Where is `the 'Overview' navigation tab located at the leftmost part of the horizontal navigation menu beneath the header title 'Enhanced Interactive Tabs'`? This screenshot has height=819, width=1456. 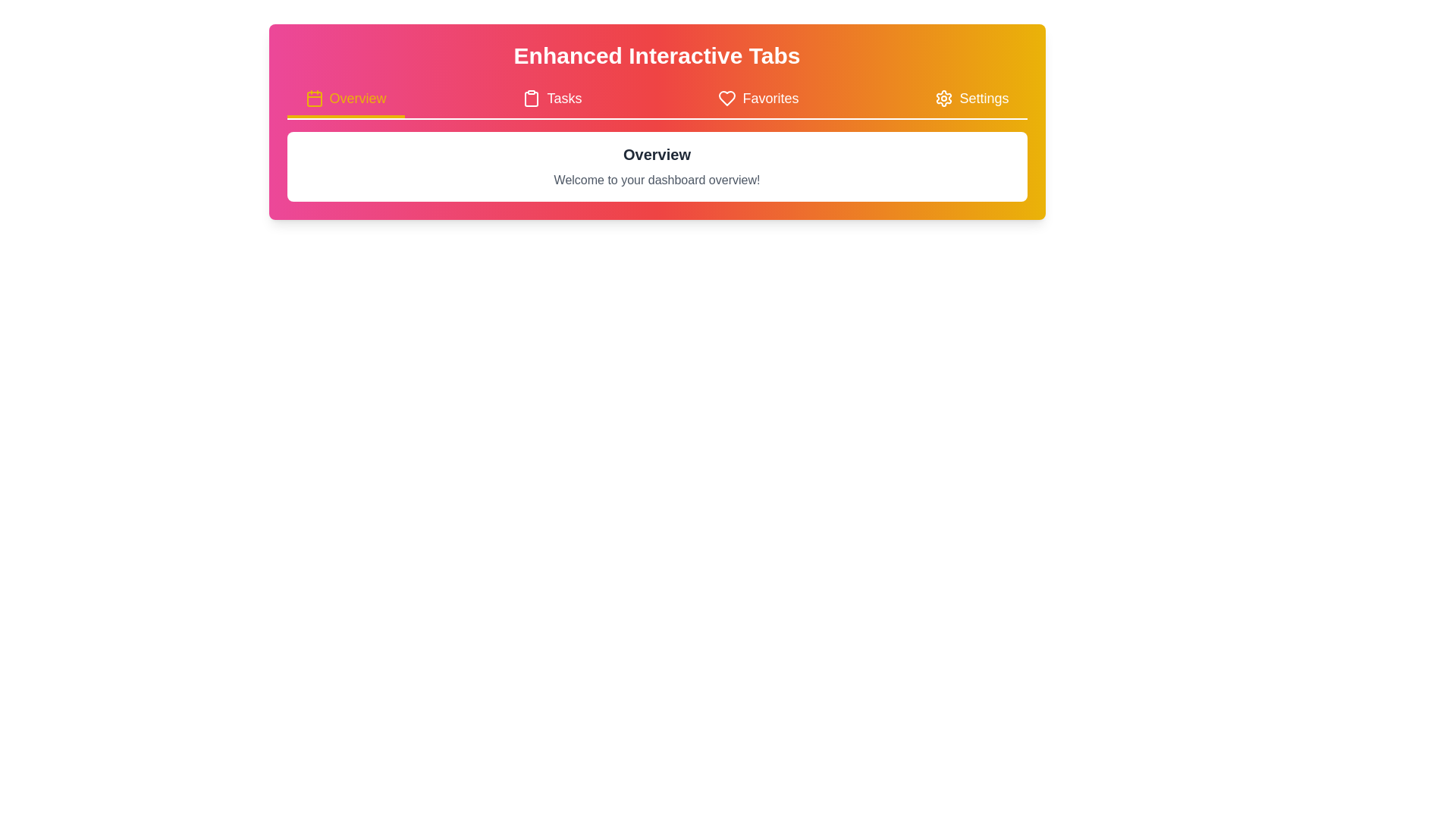
the 'Overview' navigation tab located at the leftmost part of the horizontal navigation menu beneath the header title 'Enhanced Interactive Tabs' is located at coordinates (345, 99).